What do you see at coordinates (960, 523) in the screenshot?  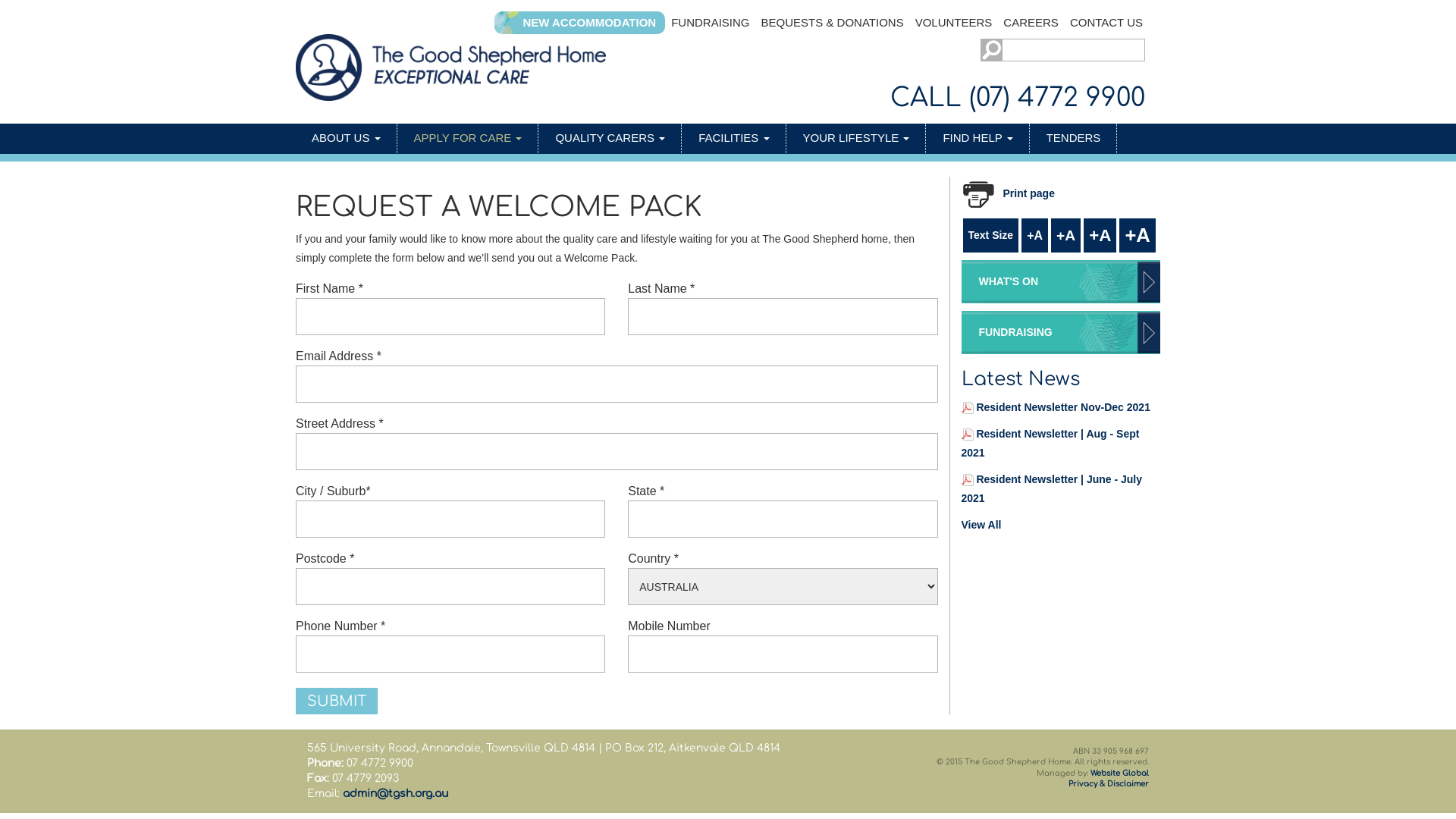 I see `'View All'` at bounding box center [960, 523].